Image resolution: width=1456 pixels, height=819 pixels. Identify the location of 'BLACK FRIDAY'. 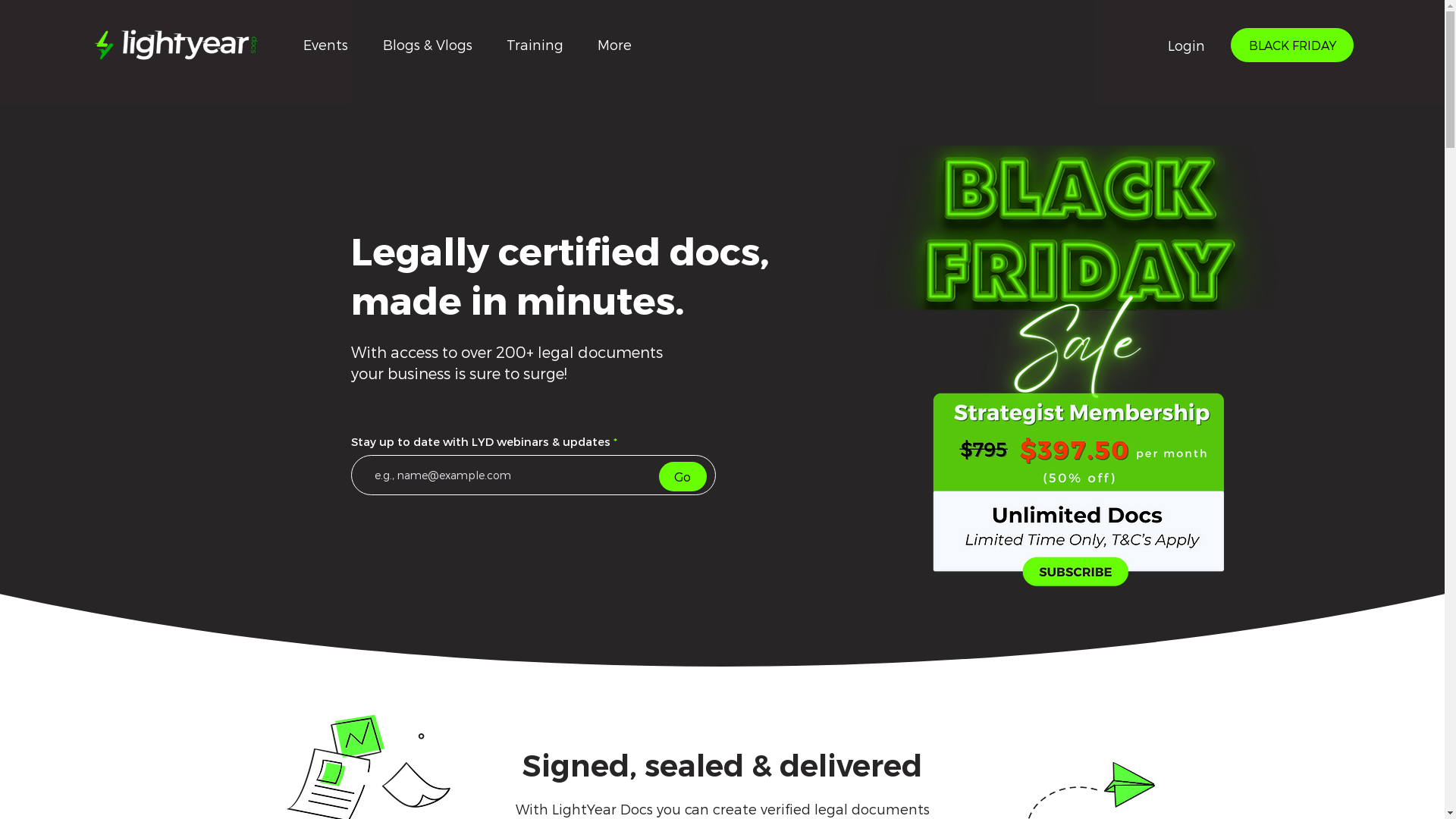
(1230, 44).